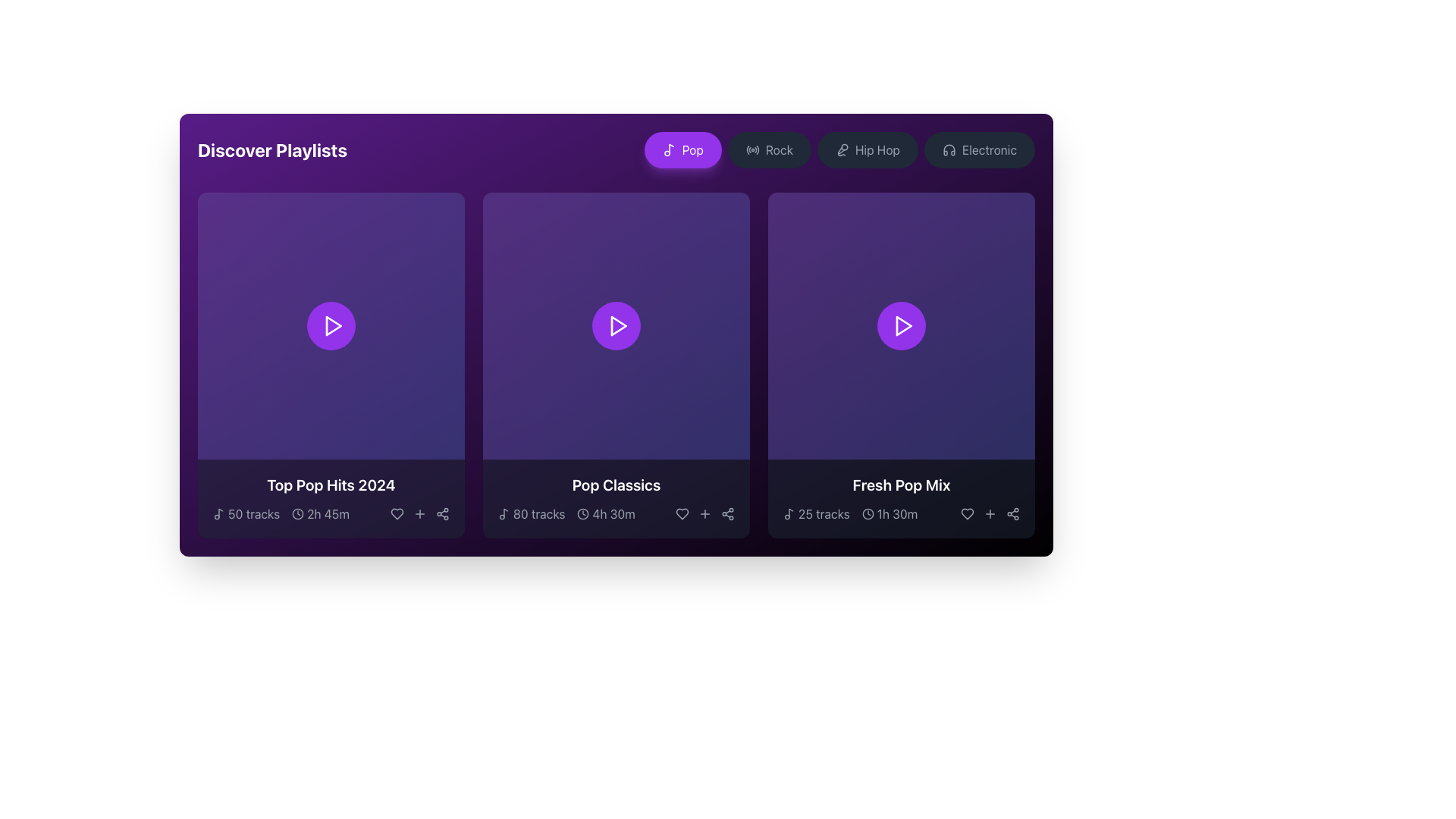 Image resolution: width=1456 pixels, height=819 pixels. What do you see at coordinates (902, 485) in the screenshot?
I see `the text label displaying 'Fresh Pop Mix', which is styled in bold and large white font against a dark background, located at the center of the bottom segment of the rightmost playlist card` at bounding box center [902, 485].